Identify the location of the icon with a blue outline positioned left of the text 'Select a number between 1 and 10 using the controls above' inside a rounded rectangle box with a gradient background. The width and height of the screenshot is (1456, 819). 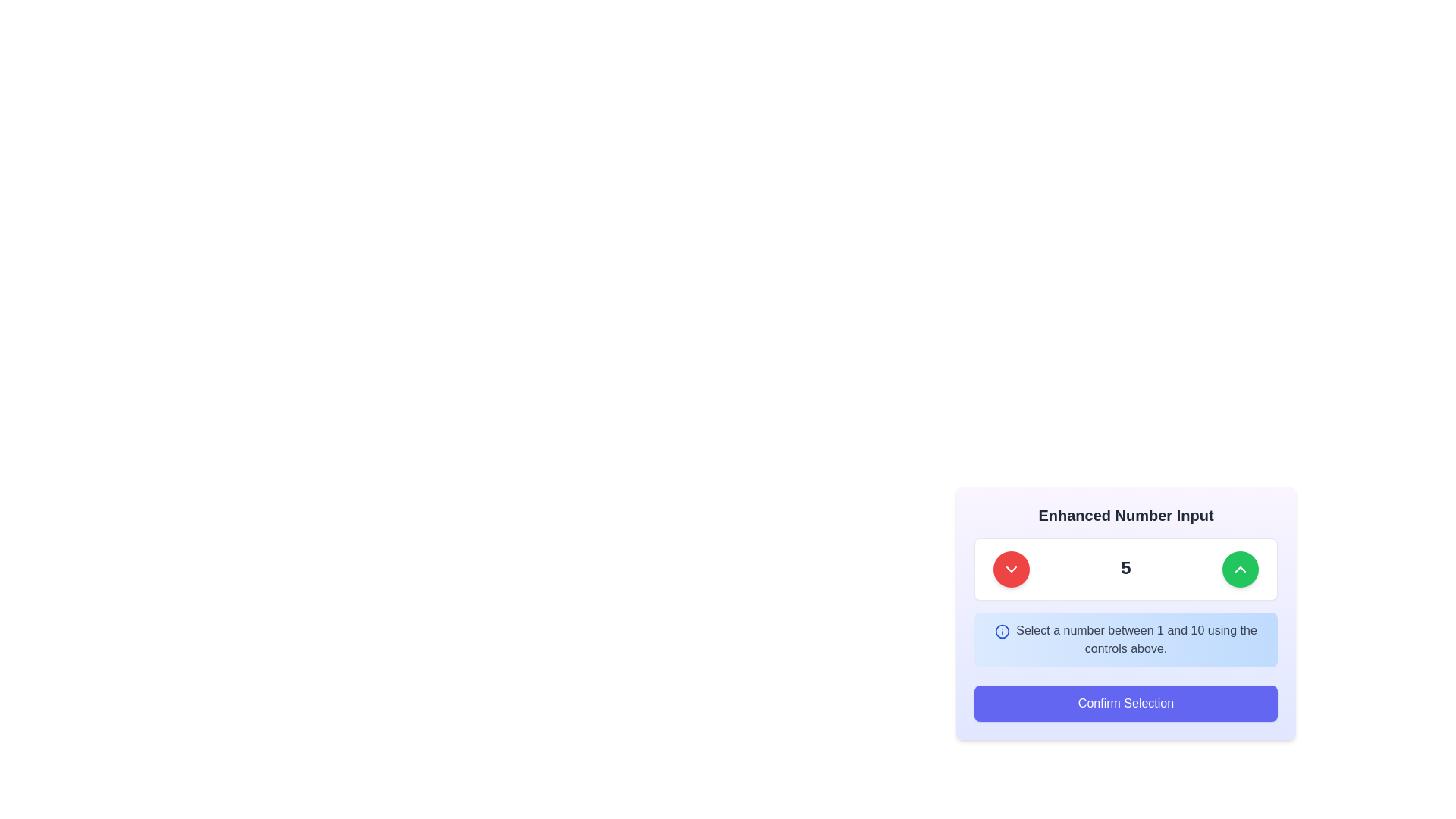
(1003, 631).